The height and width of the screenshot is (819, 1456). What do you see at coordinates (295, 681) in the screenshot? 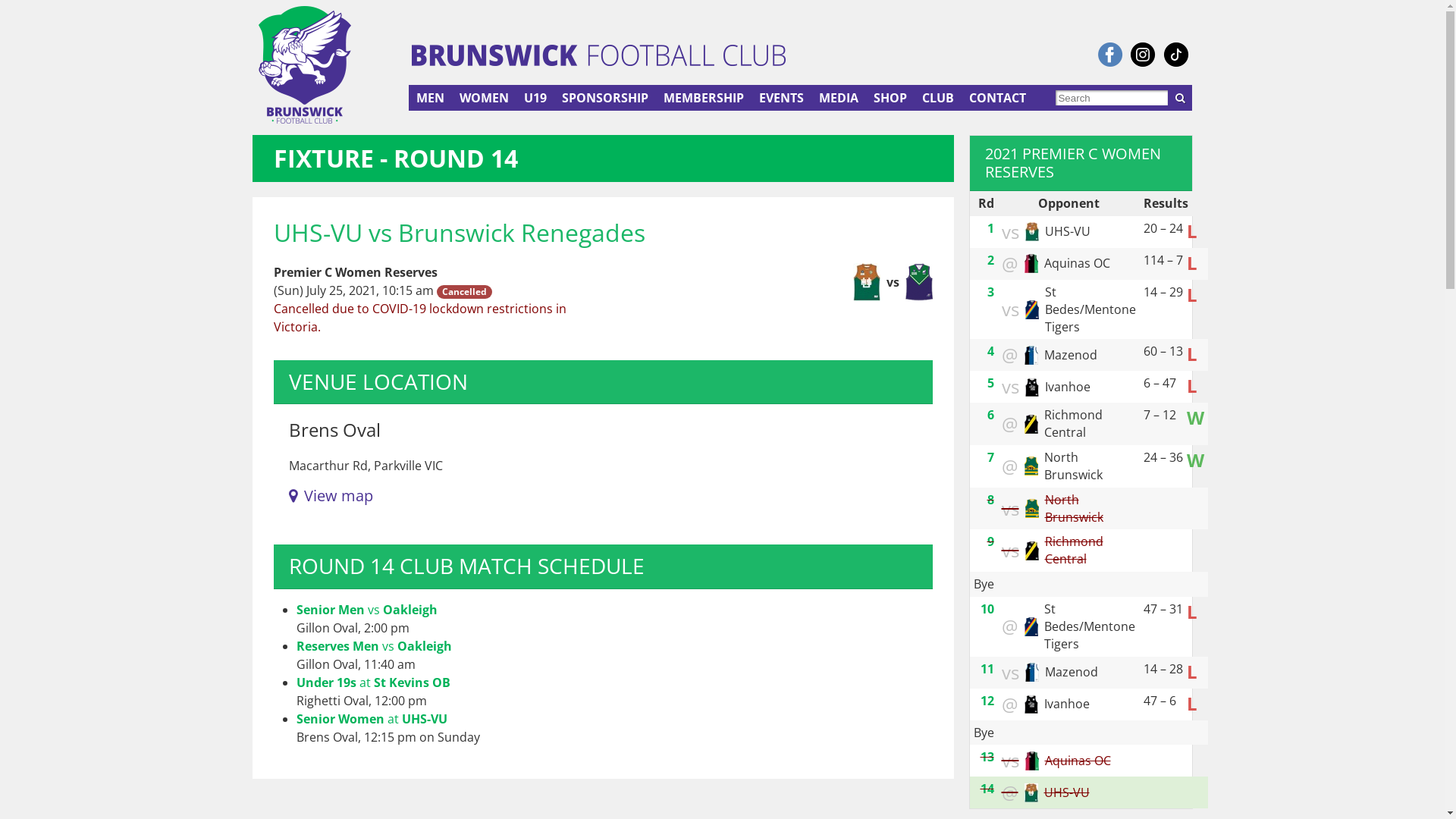
I see `'Under 19s at St Kevins OB'` at bounding box center [295, 681].